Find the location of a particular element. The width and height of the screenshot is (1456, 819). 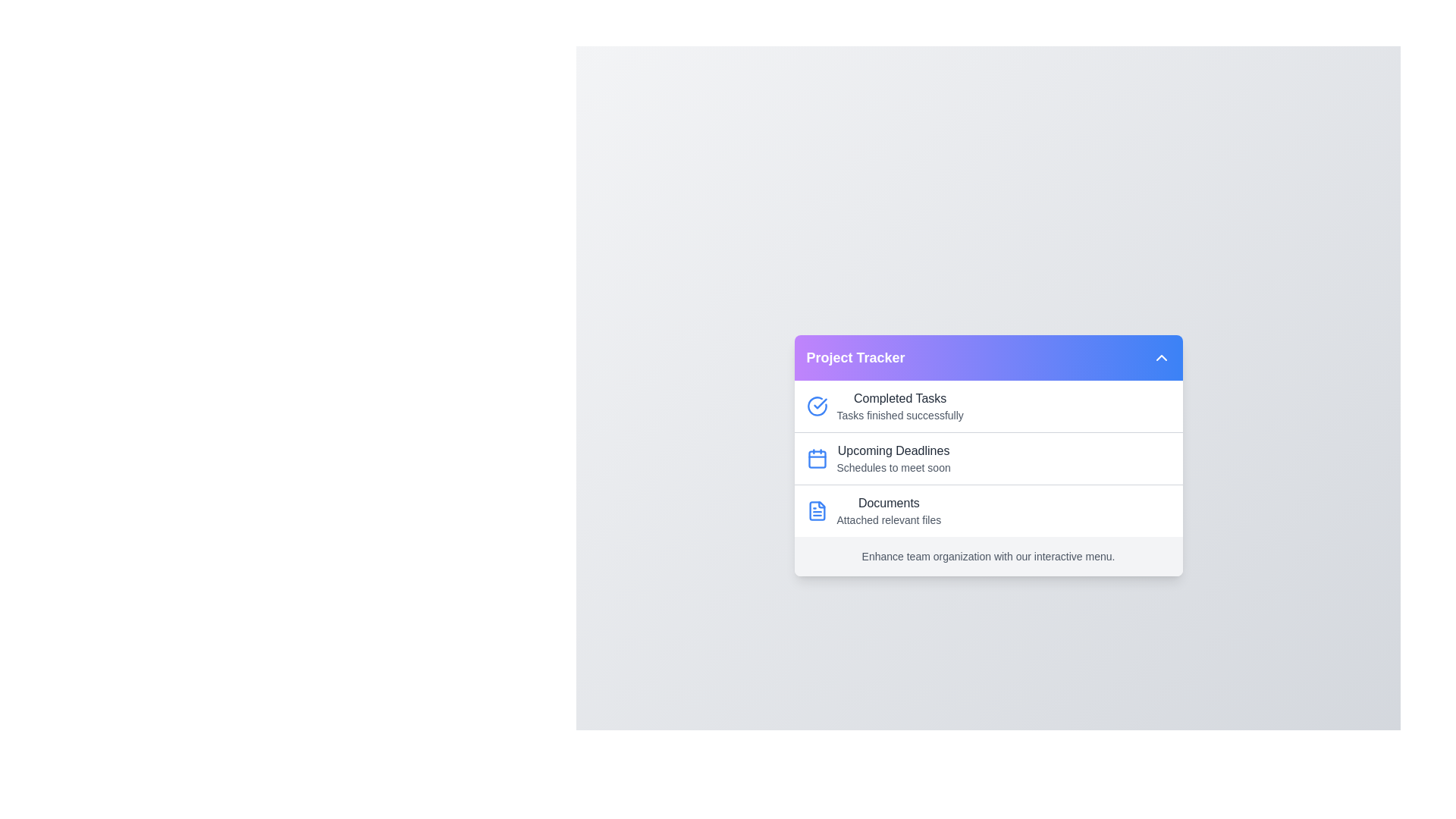

the list item corresponding to Completed Tasks is located at coordinates (988, 406).